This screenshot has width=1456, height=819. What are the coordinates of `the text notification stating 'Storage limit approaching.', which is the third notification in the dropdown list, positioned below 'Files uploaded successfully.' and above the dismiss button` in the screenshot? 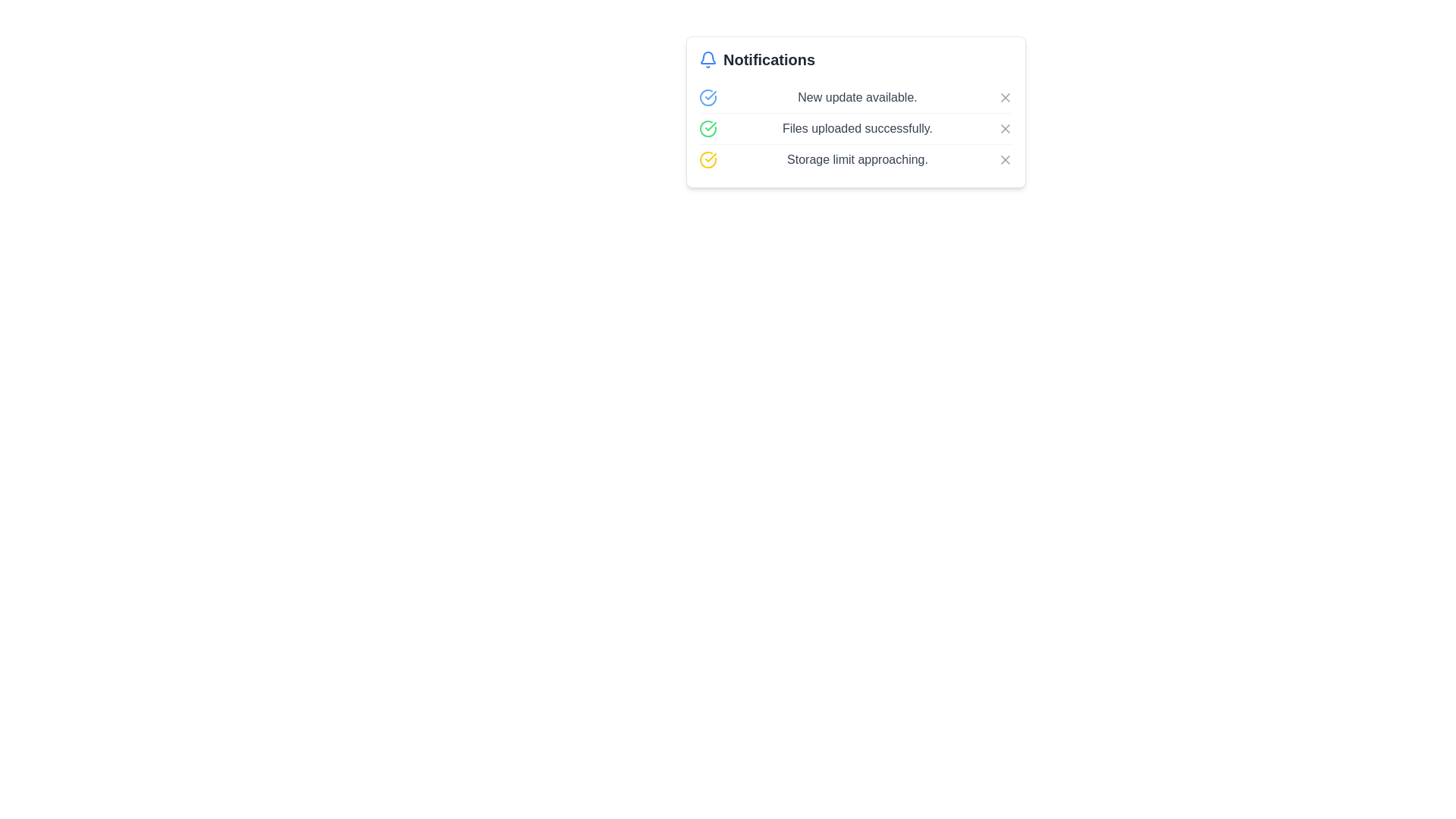 It's located at (858, 160).